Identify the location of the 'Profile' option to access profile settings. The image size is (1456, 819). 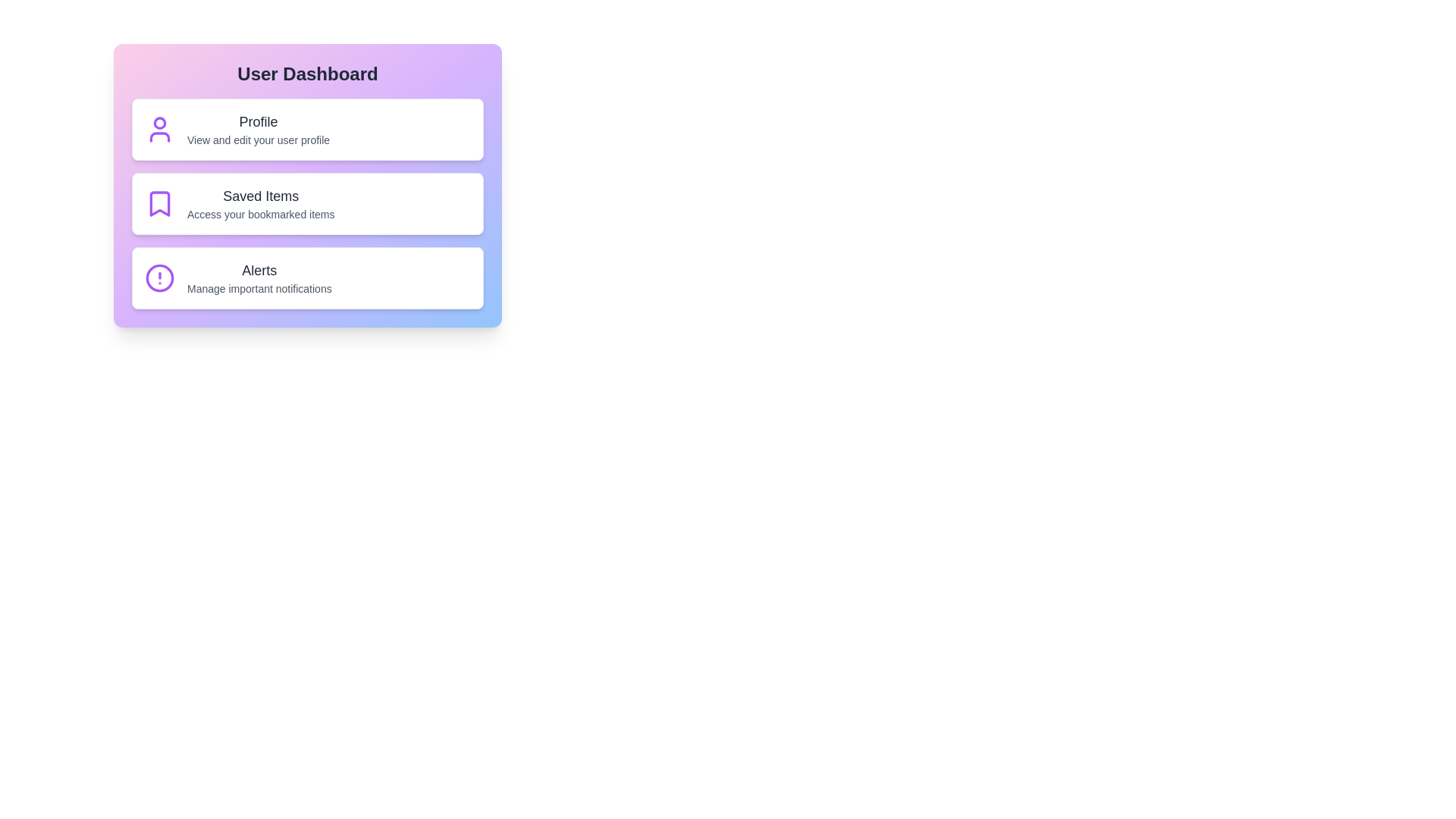
(307, 128).